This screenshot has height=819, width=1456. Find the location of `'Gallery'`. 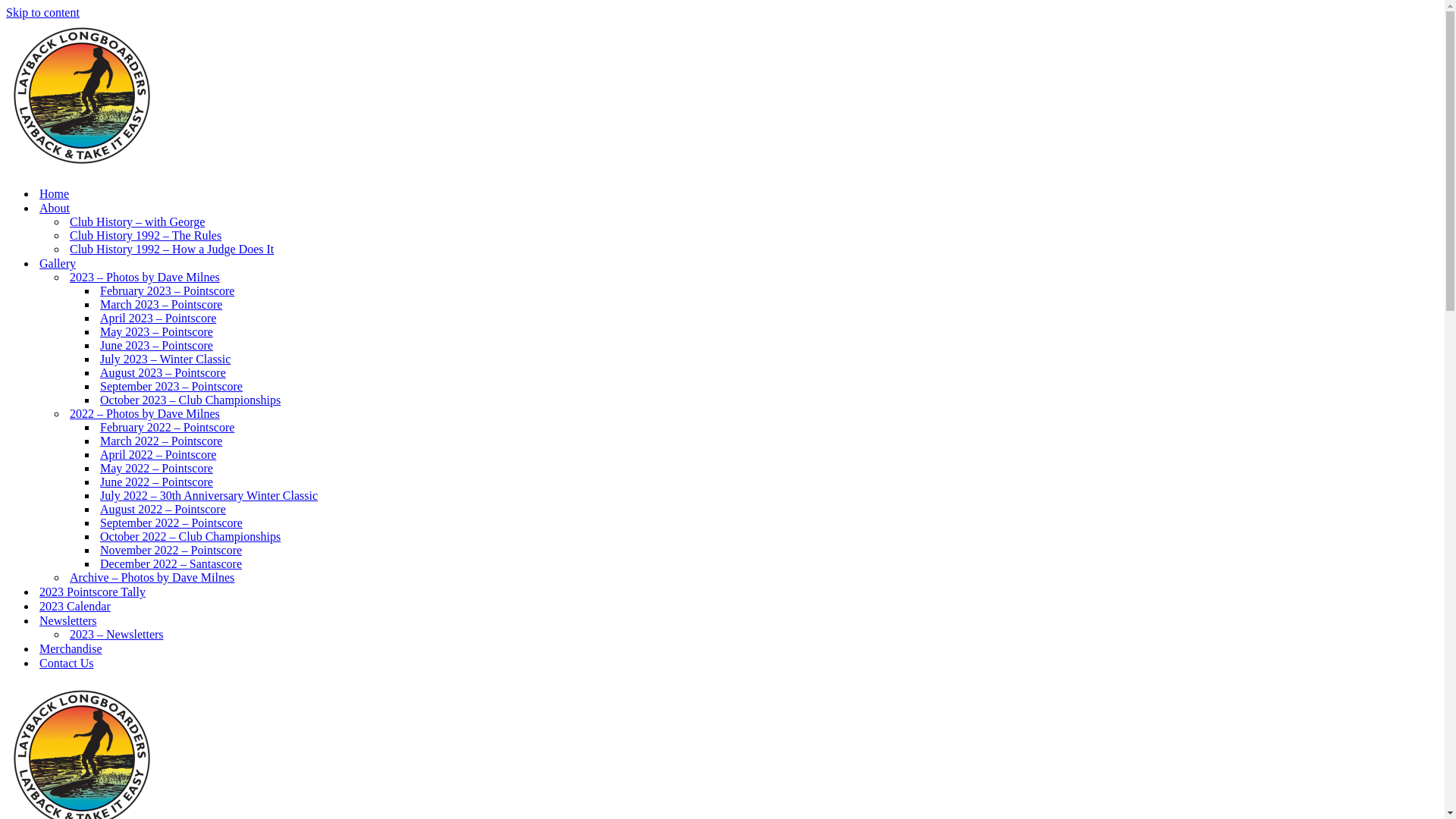

'Gallery' is located at coordinates (58, 262).